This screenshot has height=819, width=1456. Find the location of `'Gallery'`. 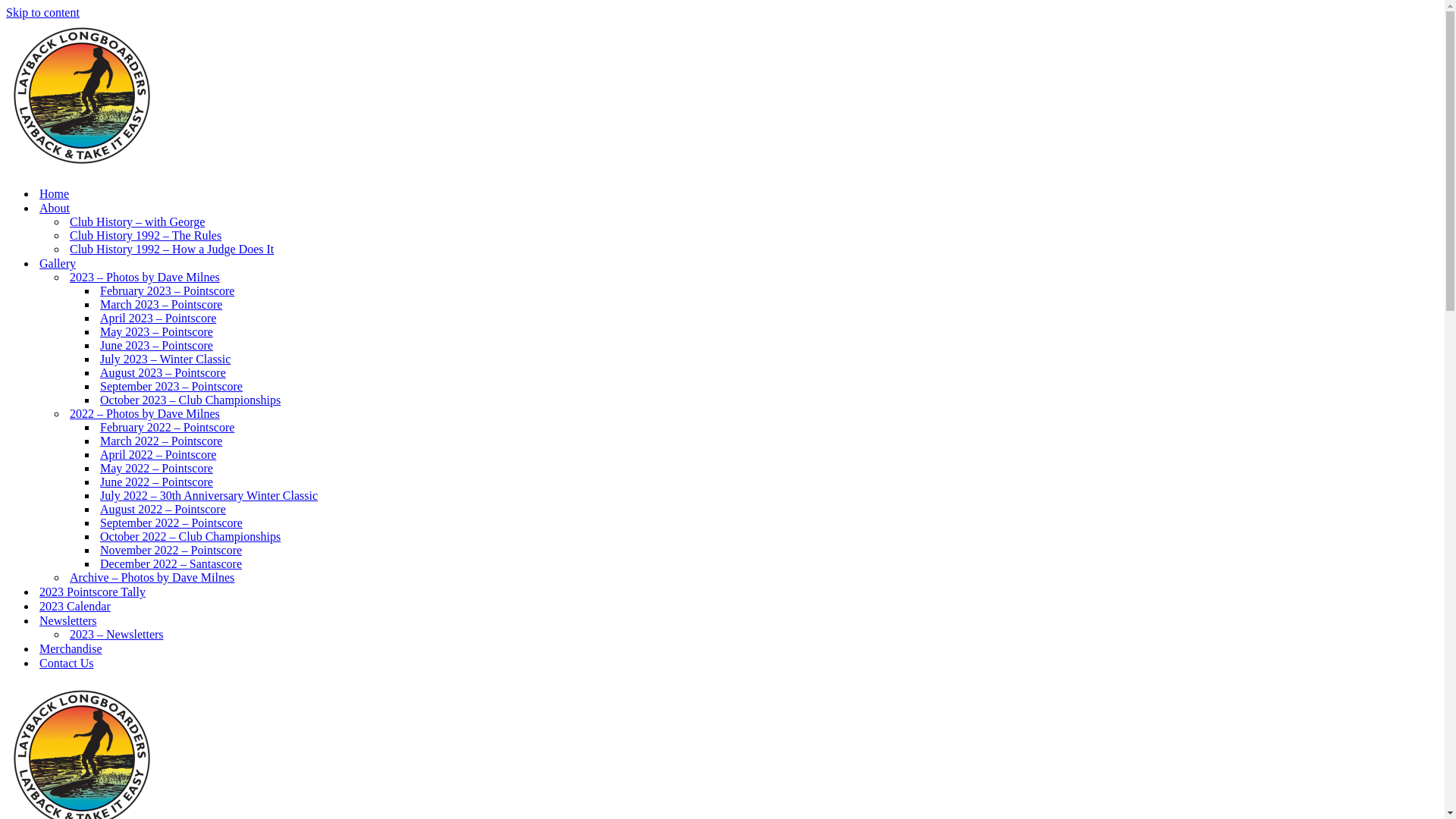

'Gallery' is located at coordinates (58, 262).